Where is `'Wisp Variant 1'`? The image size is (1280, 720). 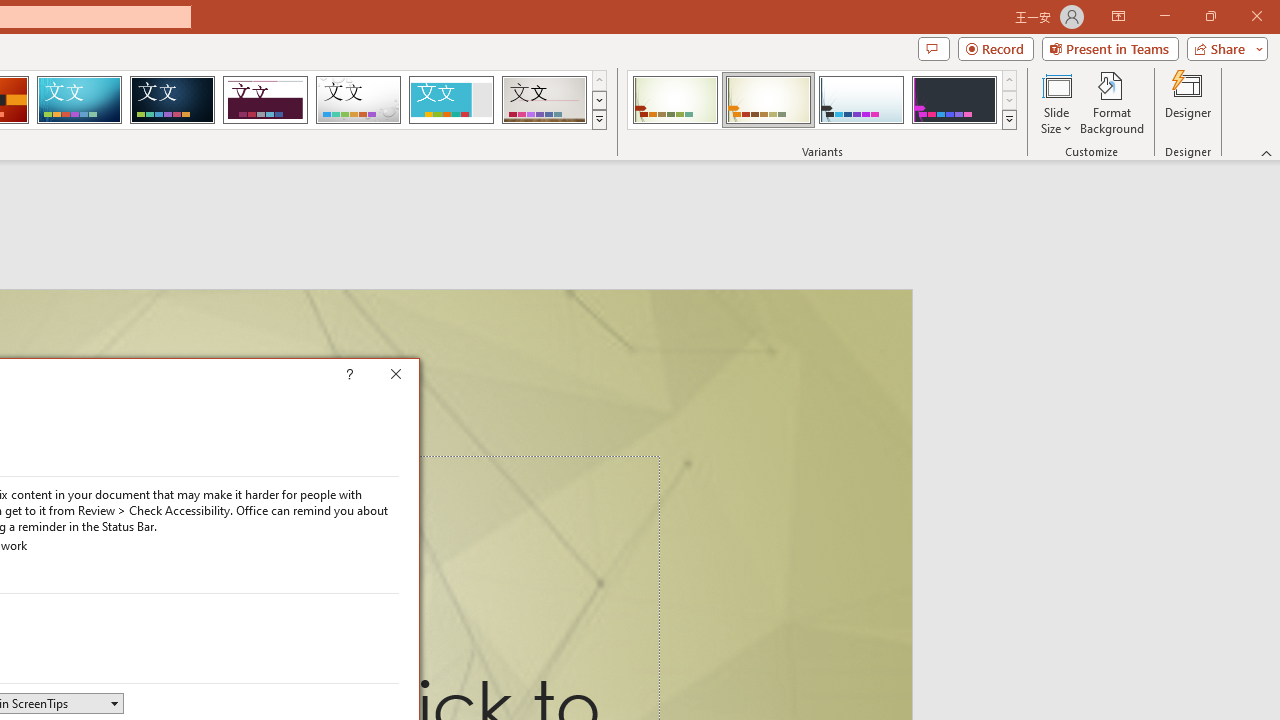
'Wisp Variant 1' is located at coordinates (675, 100).